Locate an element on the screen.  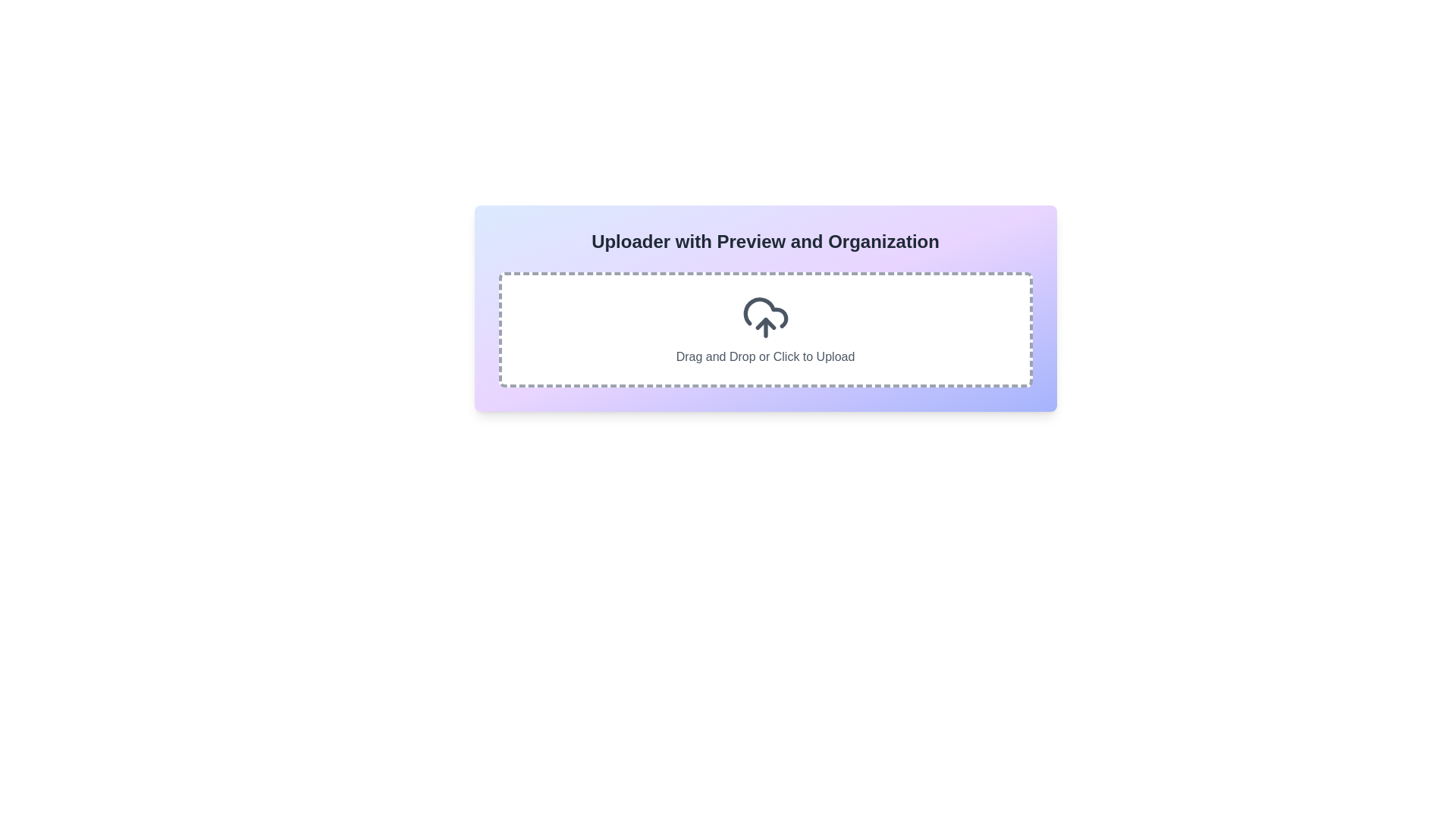
the Drag-and-drop file upload zone, which features a cloud icon with an upward arrow and the text 'Drag and Drop or Click to Upload' is located at coordinates (765, 327).